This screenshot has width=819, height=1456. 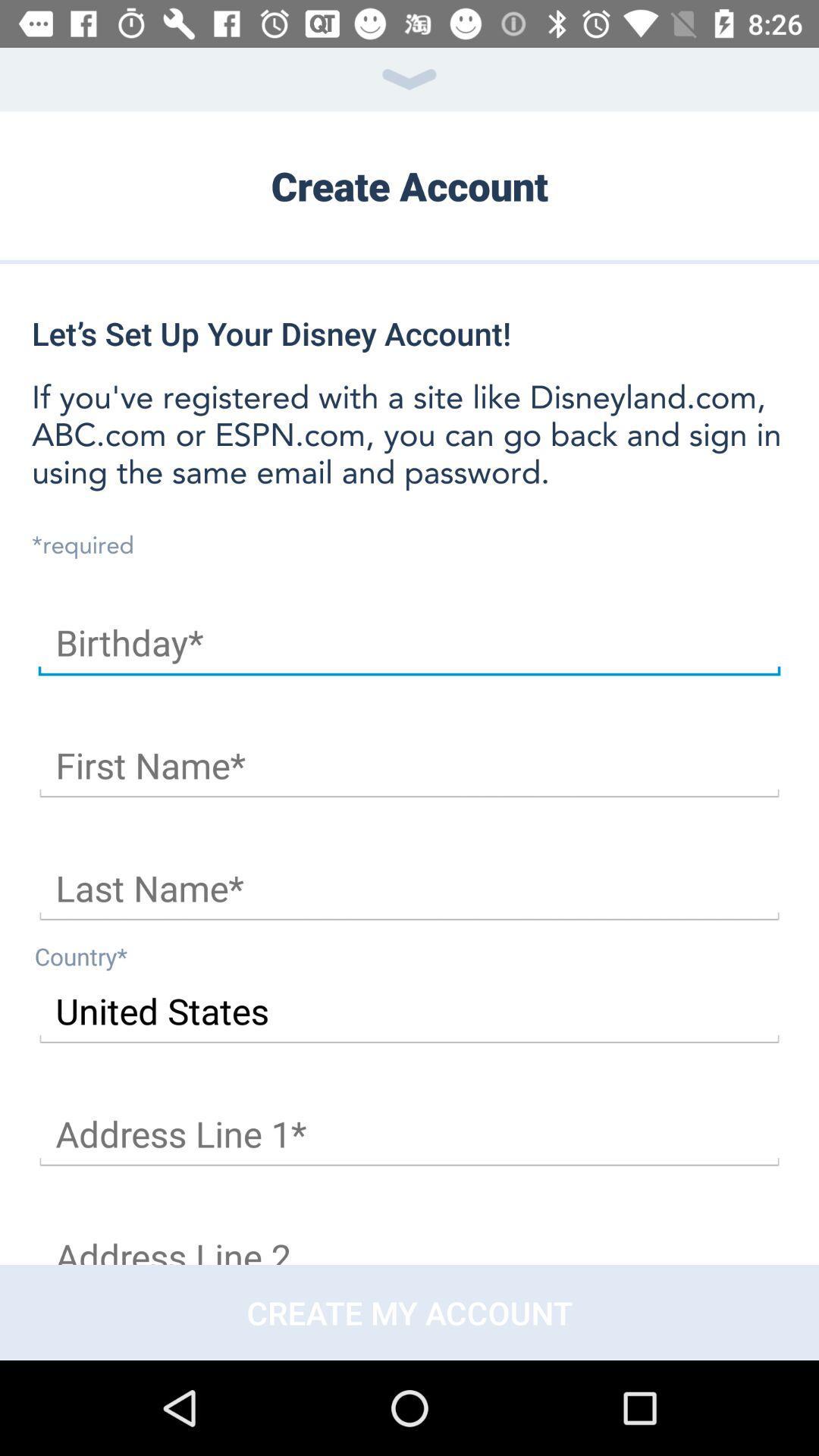 What do you see at coordinates (409, 1241) in the screenshot?
I see `address line or address field` at bounding box center [409, 1241].